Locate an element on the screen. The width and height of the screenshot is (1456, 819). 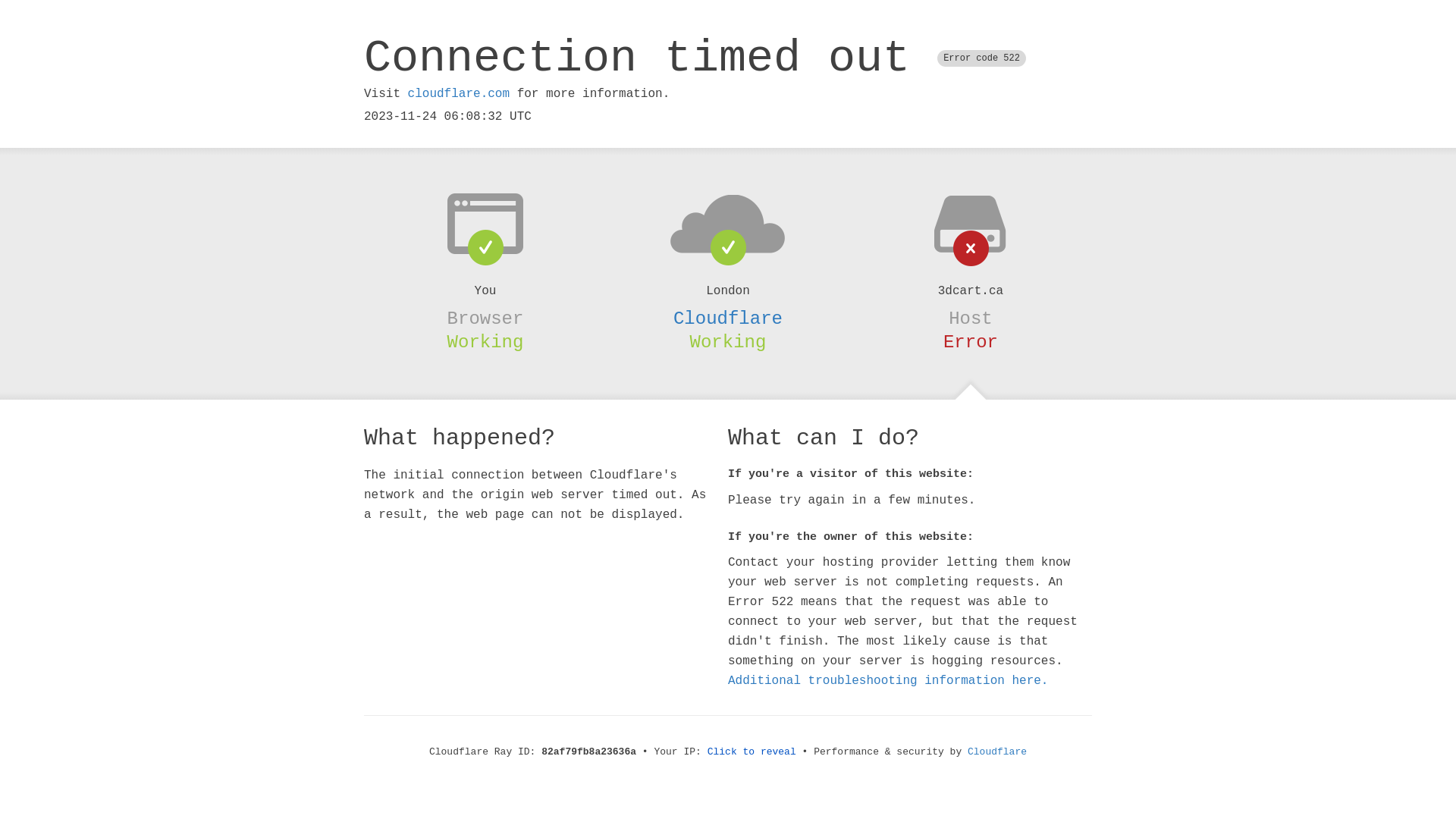
'Additional troubleshooting information here.' is located at coordinates (888, 680).